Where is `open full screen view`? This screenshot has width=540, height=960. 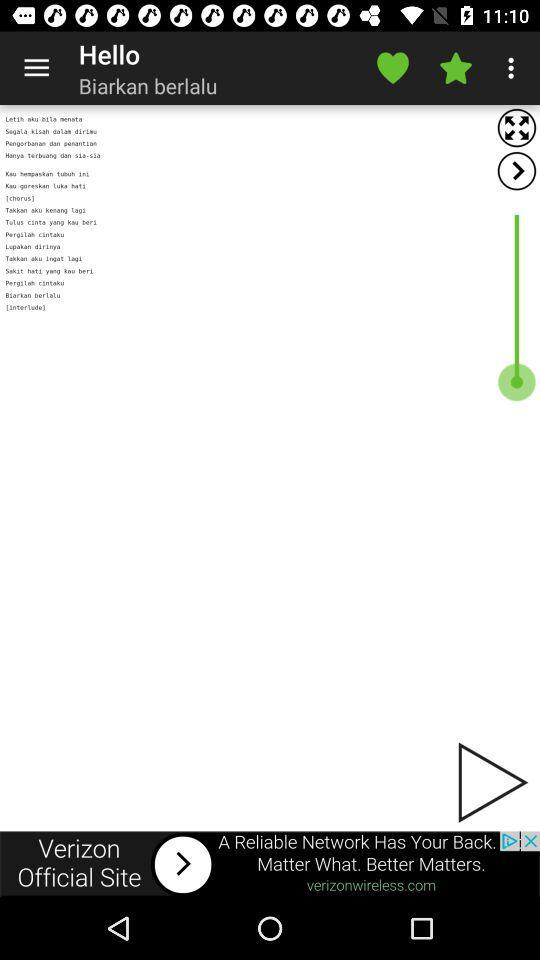 open full screen view is located at coordinates (516, 127).